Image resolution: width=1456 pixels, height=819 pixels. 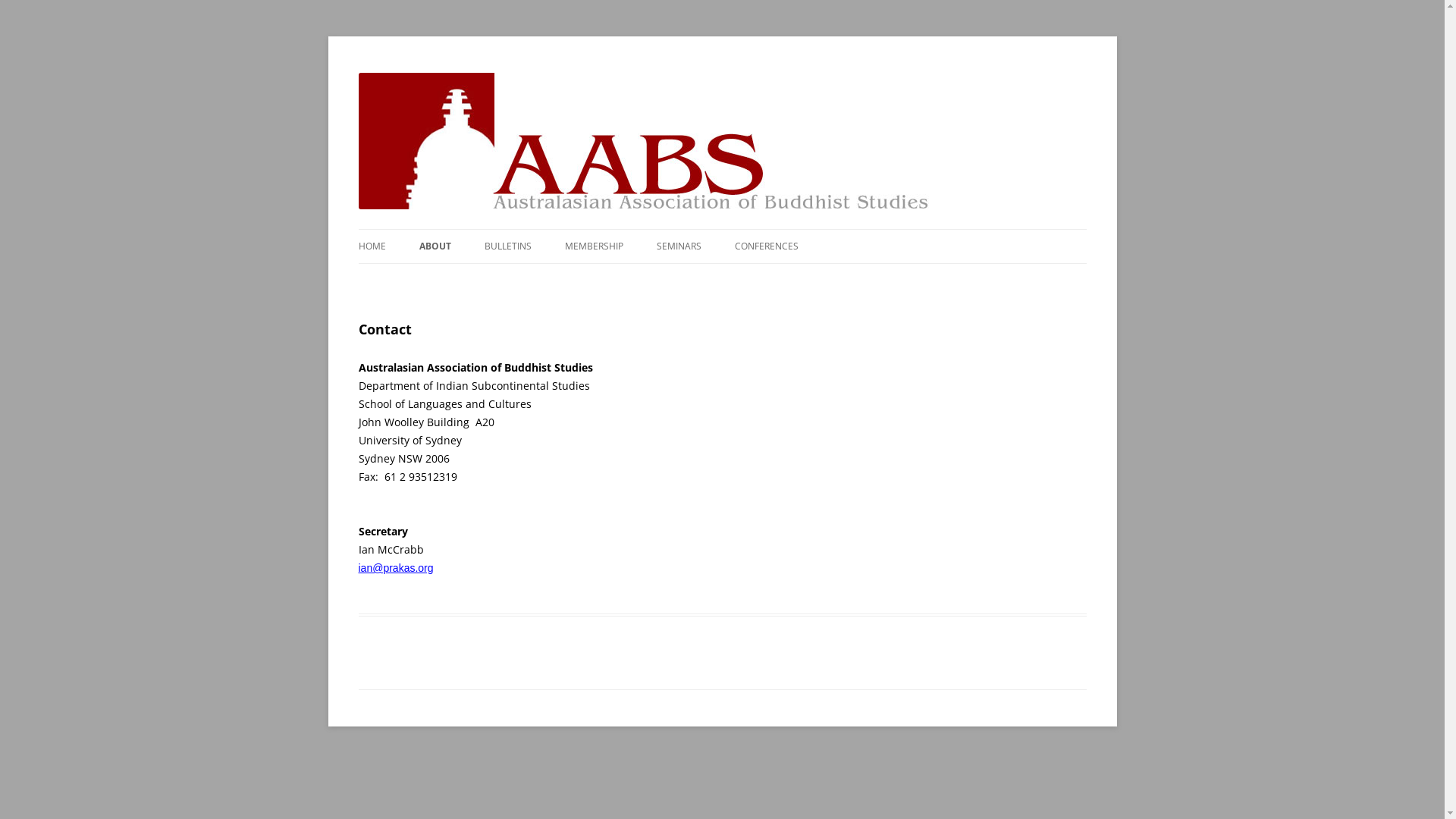 What do you see at coordinates (765, 245) in the screenshot?
I see `'CONFERENCES'` at bounding box center [765, 245].